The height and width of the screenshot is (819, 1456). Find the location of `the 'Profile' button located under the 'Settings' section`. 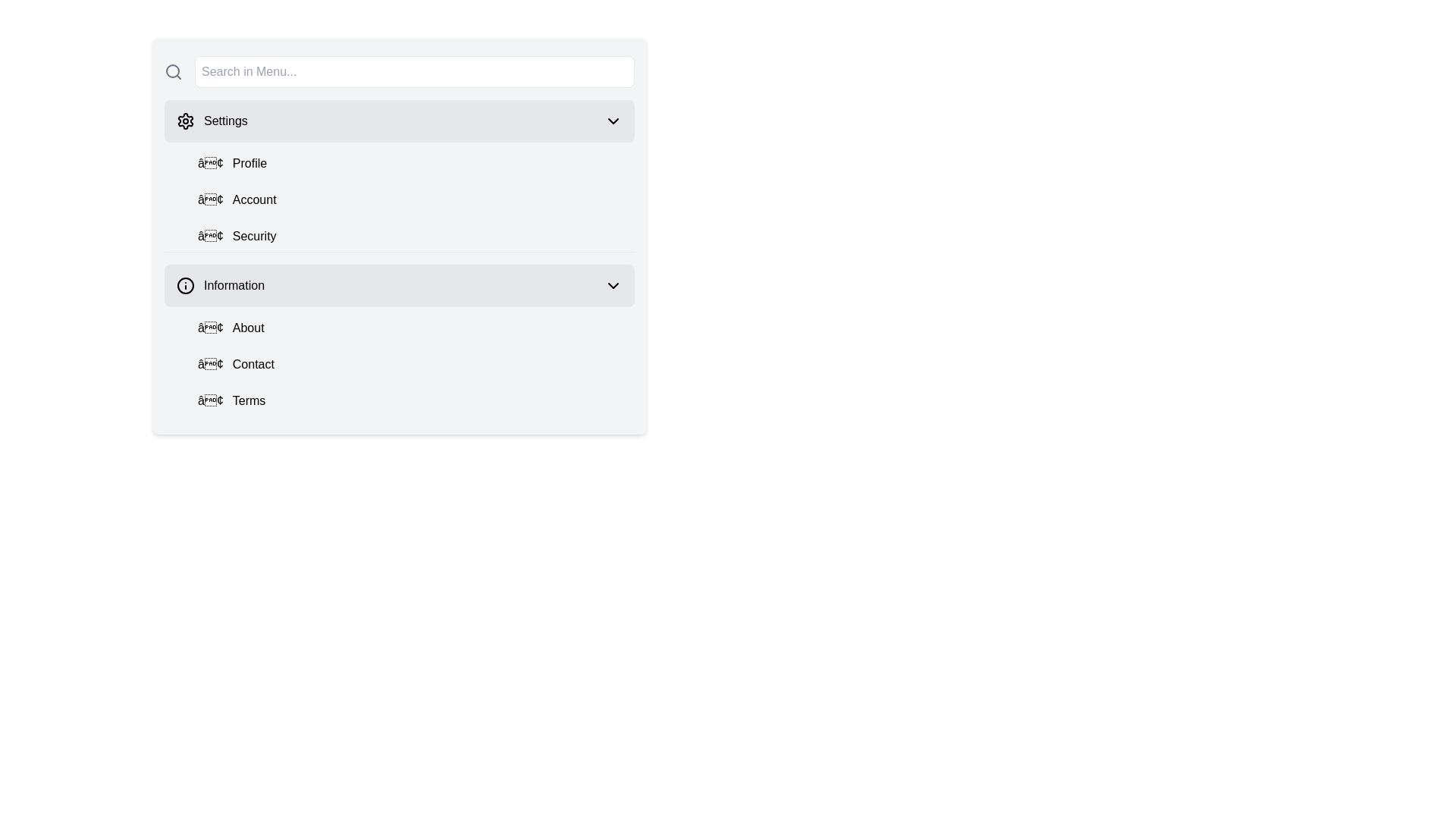

the 'Profile' button located under the 'Settings' section is located at coordinates (400, 164).